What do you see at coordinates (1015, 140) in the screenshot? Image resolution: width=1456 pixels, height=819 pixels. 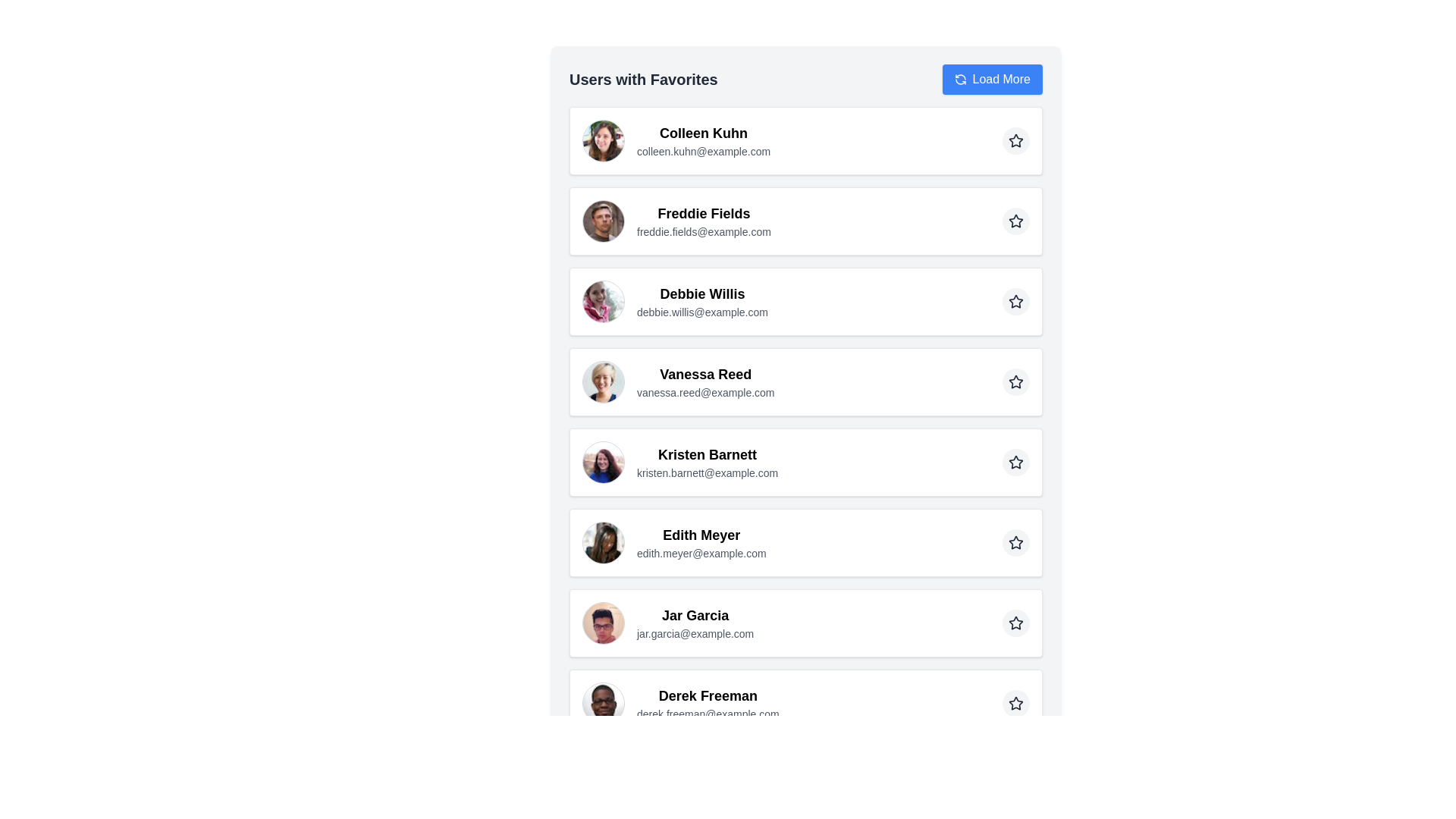 I see `the star icon next to Colleen Kuhn` at bounding box center [1015, 140].